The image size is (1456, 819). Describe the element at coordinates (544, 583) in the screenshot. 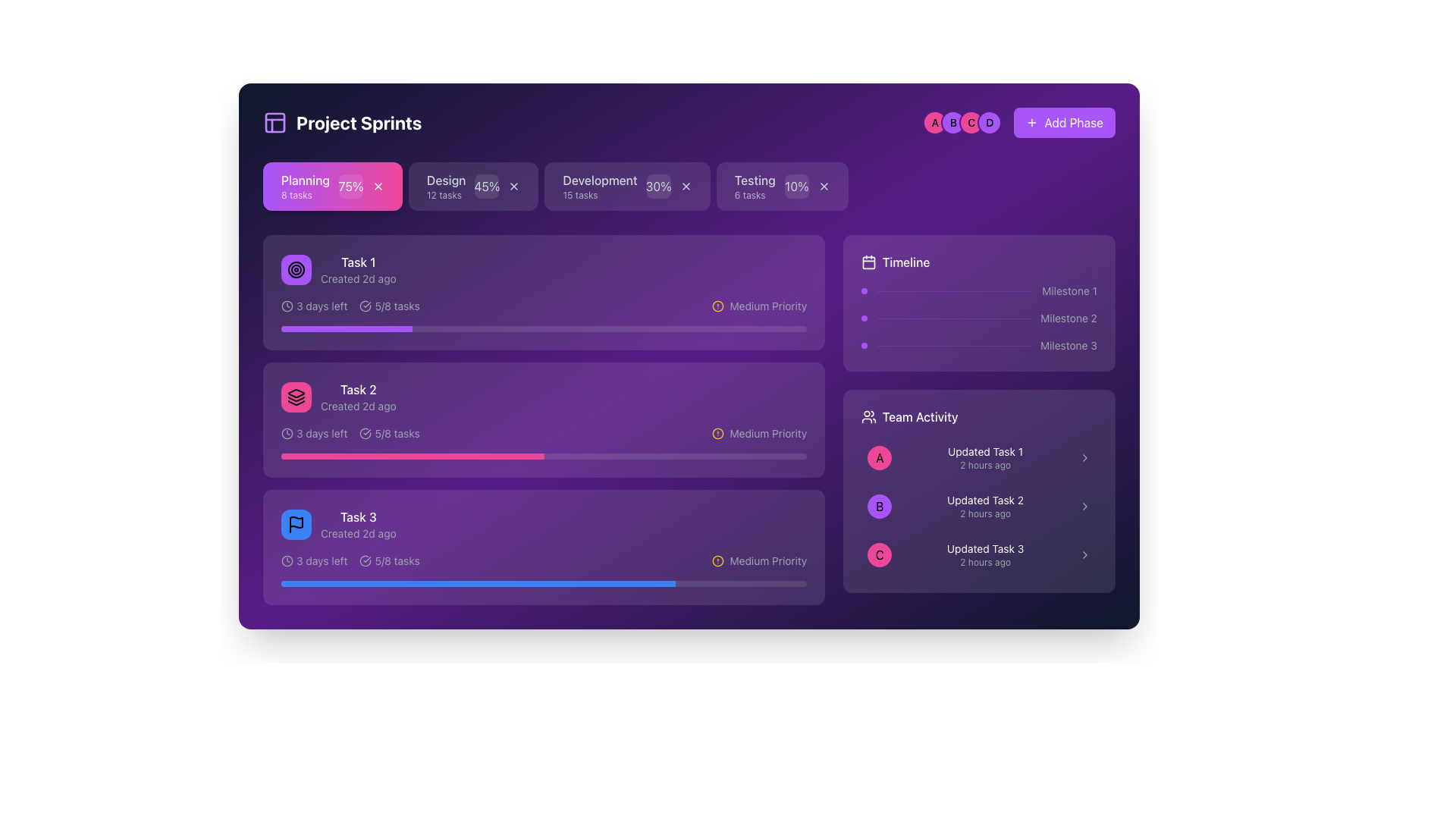

I see `the horizontal progress bar located at the bottom of the 'Task 3' card, which is visually characterized by a rounded rectangle shape filled partially with blue to indicate progress` at that location.